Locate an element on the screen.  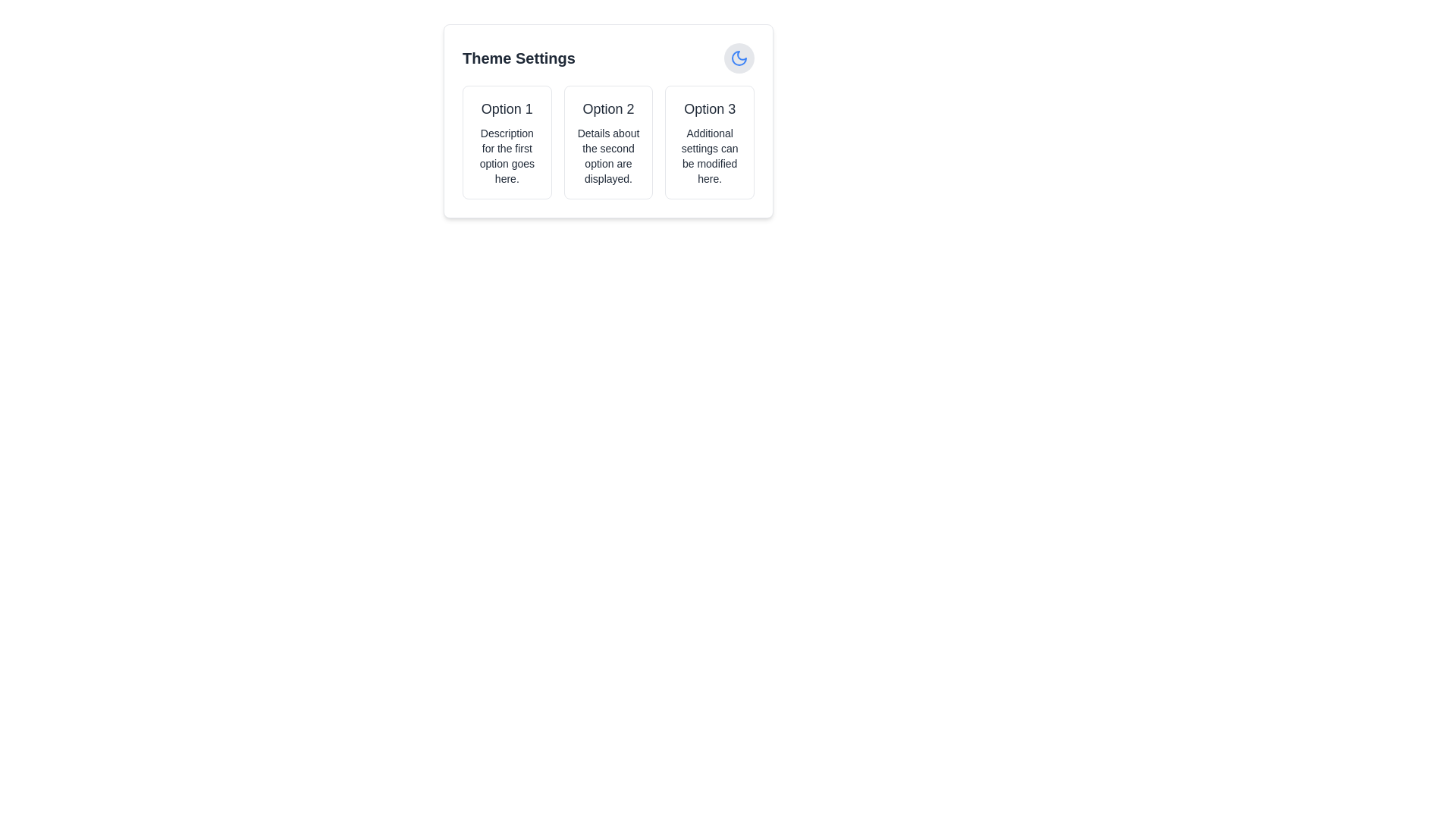
the text label displaying 'Option 3', which is prominently styled in black and located at the top center of the third option card is located at coordinates (709, 108).